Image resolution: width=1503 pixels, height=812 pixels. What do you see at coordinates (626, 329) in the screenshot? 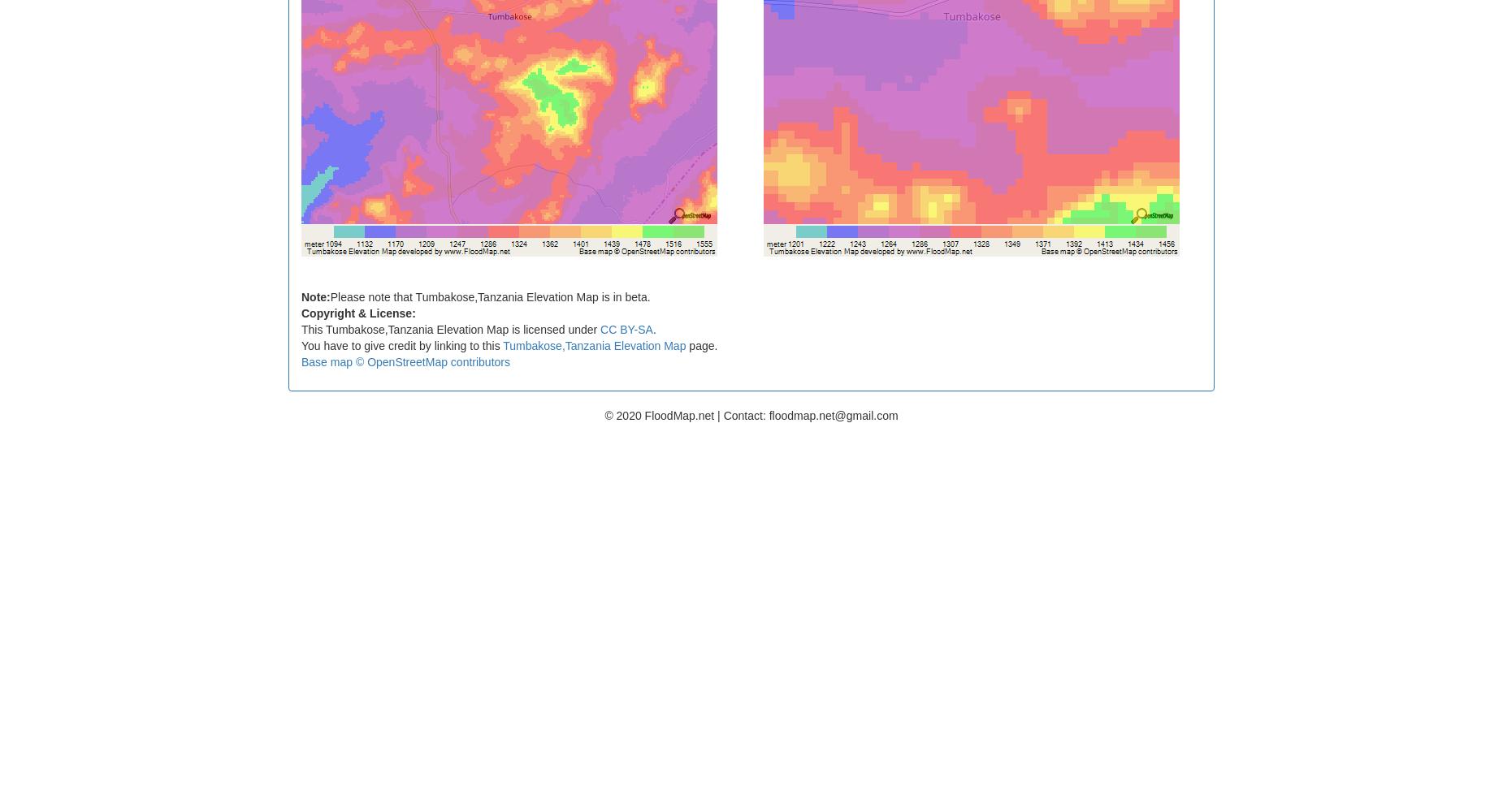
I see `'CC BY-SA'` at bounding box center [626, 329].